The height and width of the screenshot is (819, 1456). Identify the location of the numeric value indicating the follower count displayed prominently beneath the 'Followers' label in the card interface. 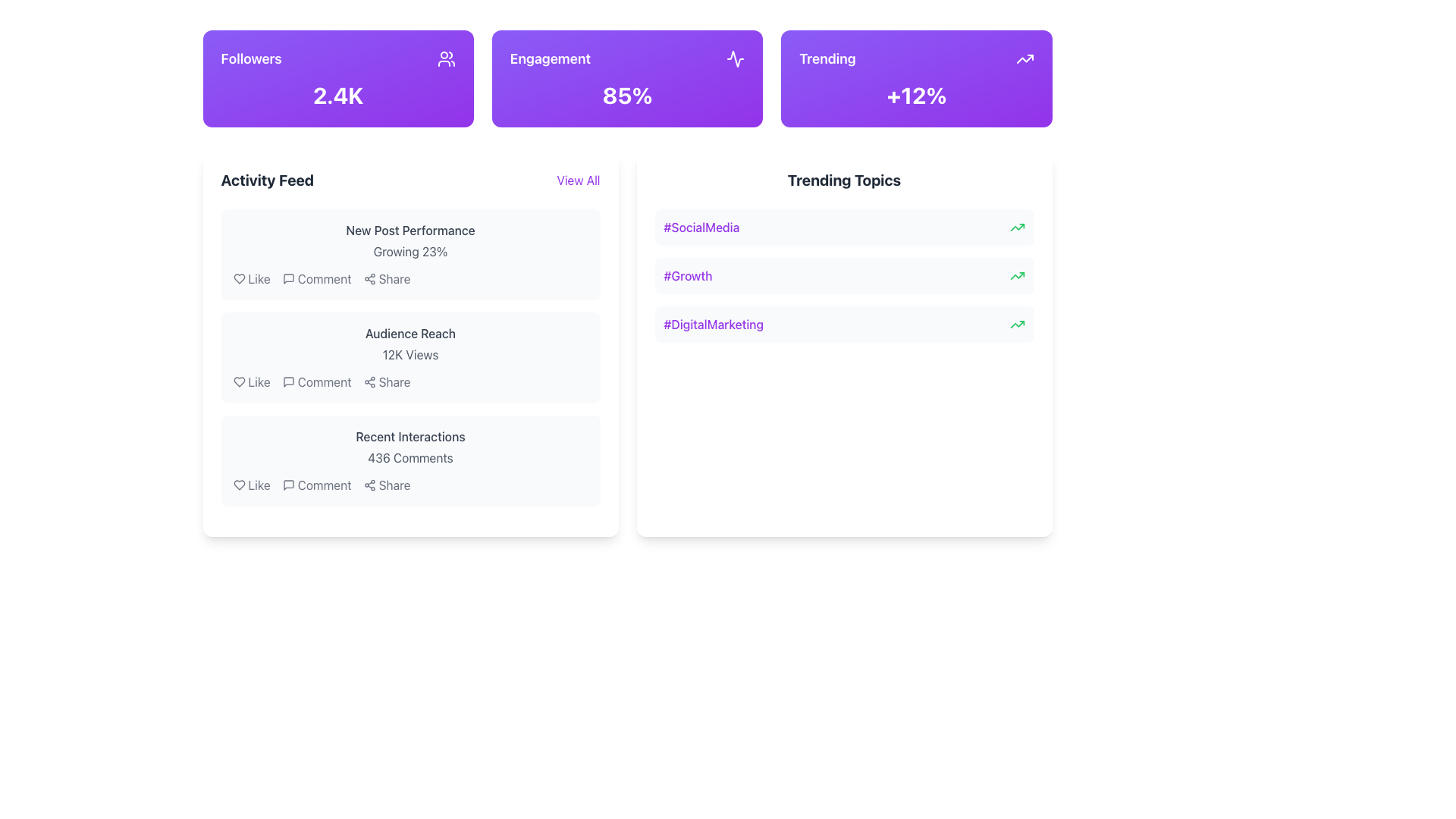
(337, 96).